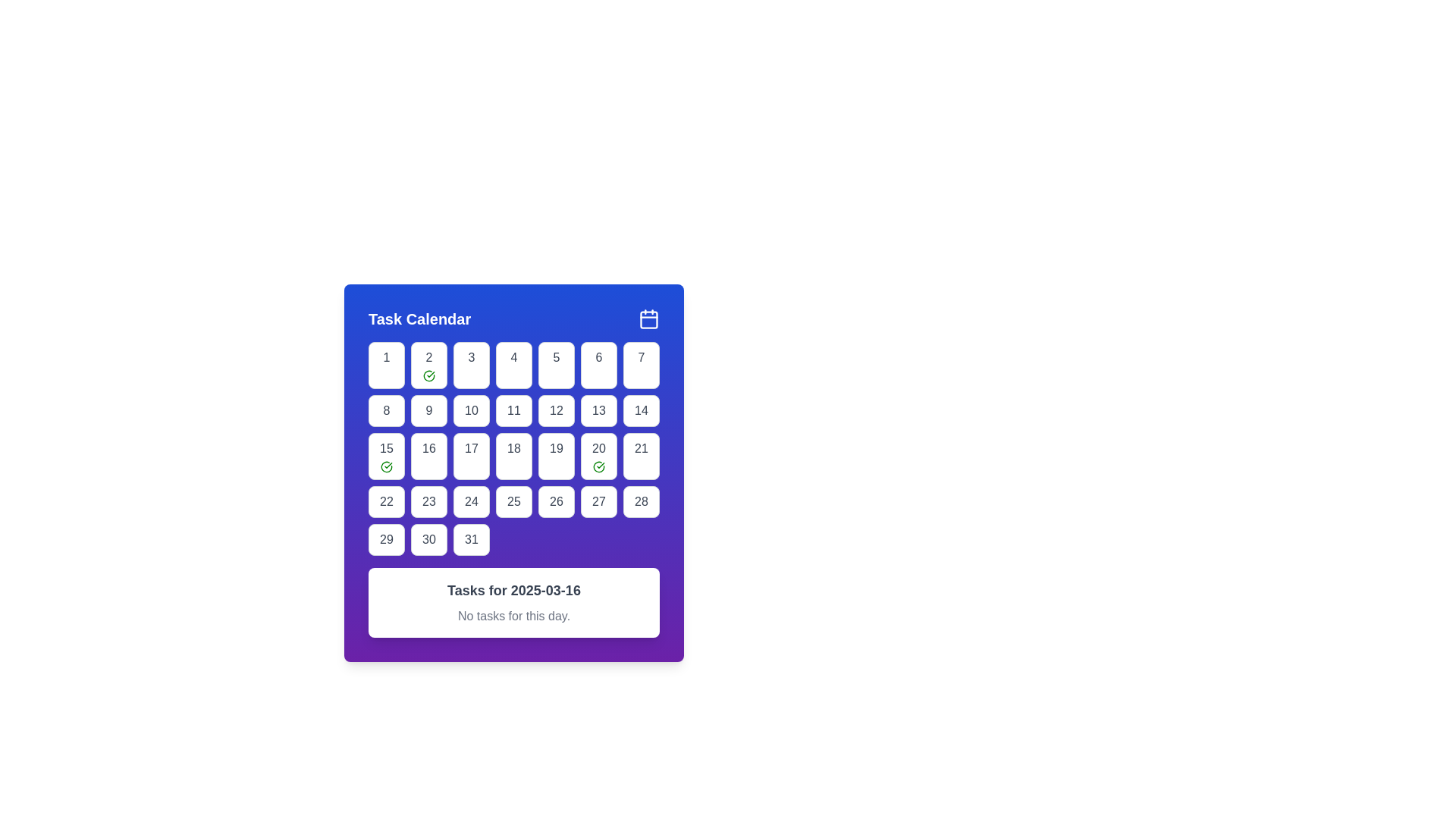 The image size is (1456, 819). What do you see at coordinates (428, 502) in the screenshot?
I see `the numeral '23' text within the white rounded square button in the calendar grid` at bounding box center [428, 502].